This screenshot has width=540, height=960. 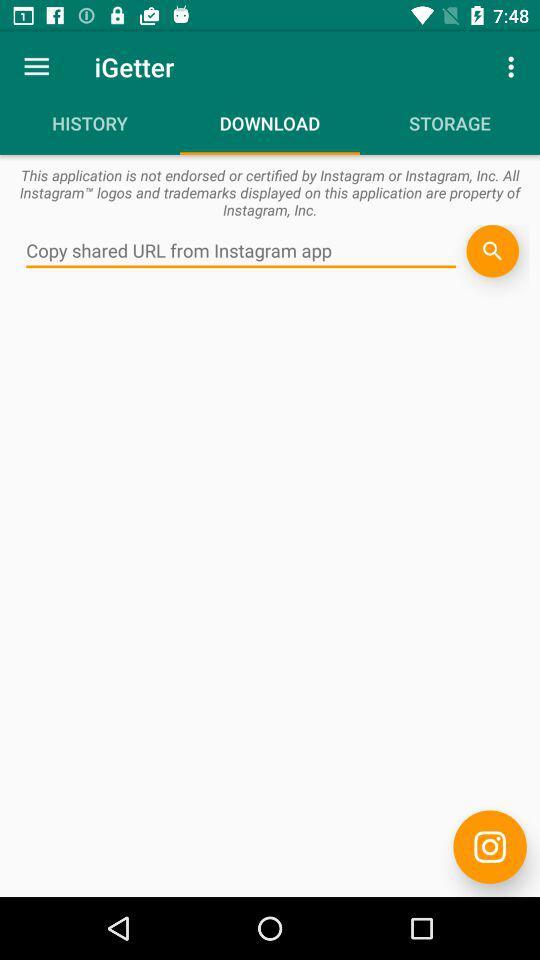 I want to click on the photo icon, so click(x=489, y=846).